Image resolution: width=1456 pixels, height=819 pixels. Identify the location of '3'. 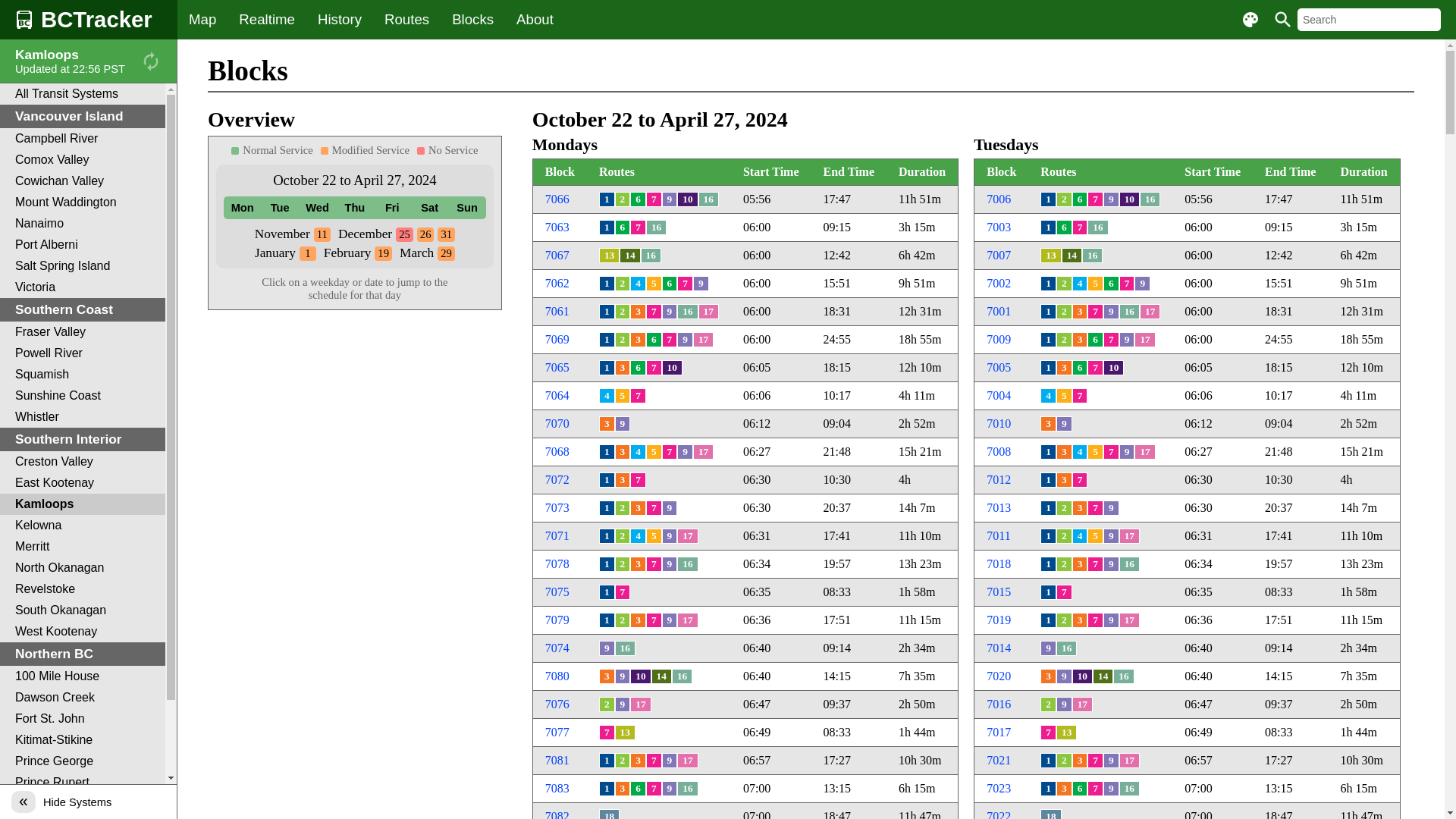
(629, 338).